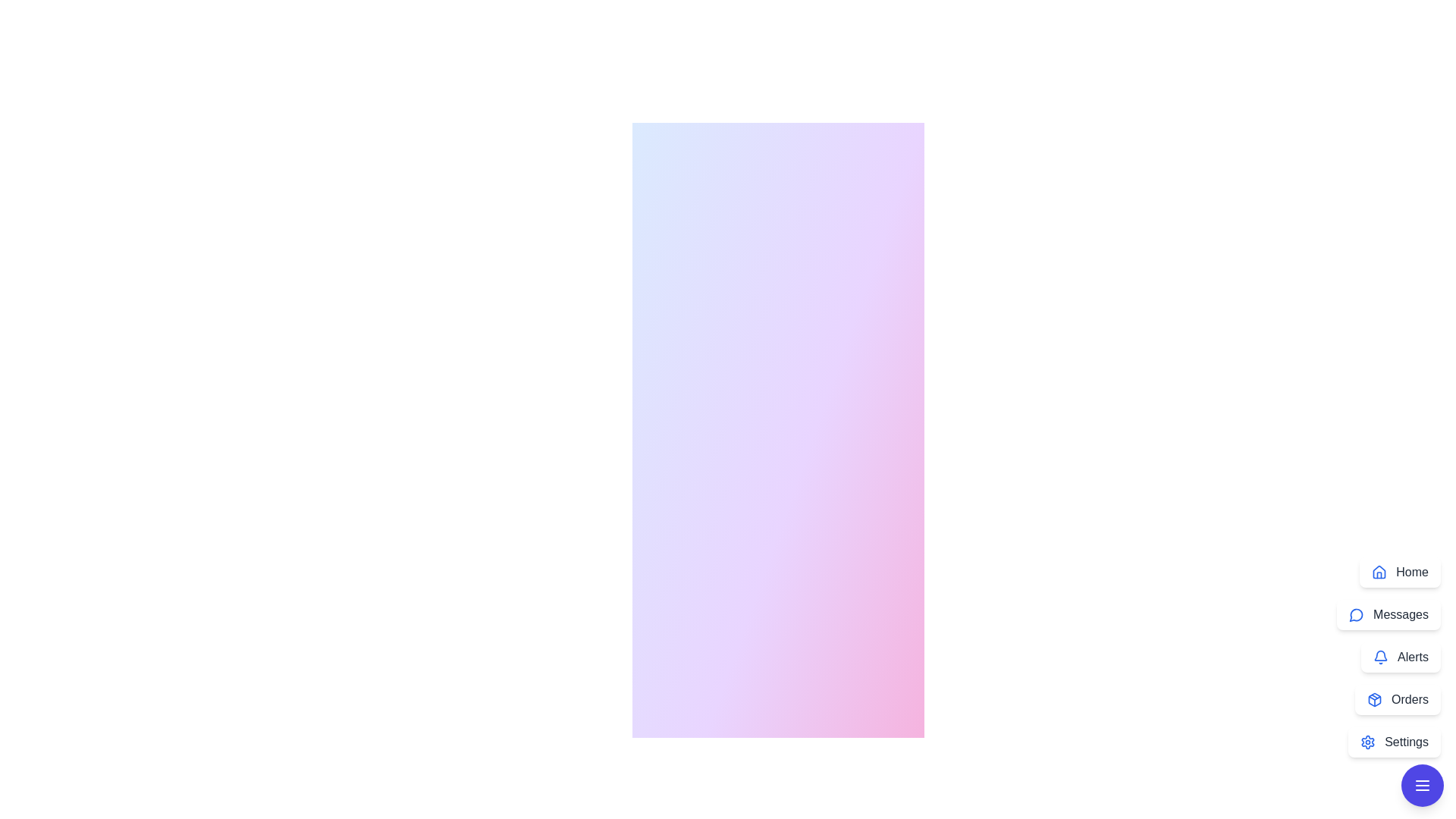 The height and width of the screenshot is (819, 1456). I want to click on the floating action menu button to toggle the menu visibility, so click(1422, 785).